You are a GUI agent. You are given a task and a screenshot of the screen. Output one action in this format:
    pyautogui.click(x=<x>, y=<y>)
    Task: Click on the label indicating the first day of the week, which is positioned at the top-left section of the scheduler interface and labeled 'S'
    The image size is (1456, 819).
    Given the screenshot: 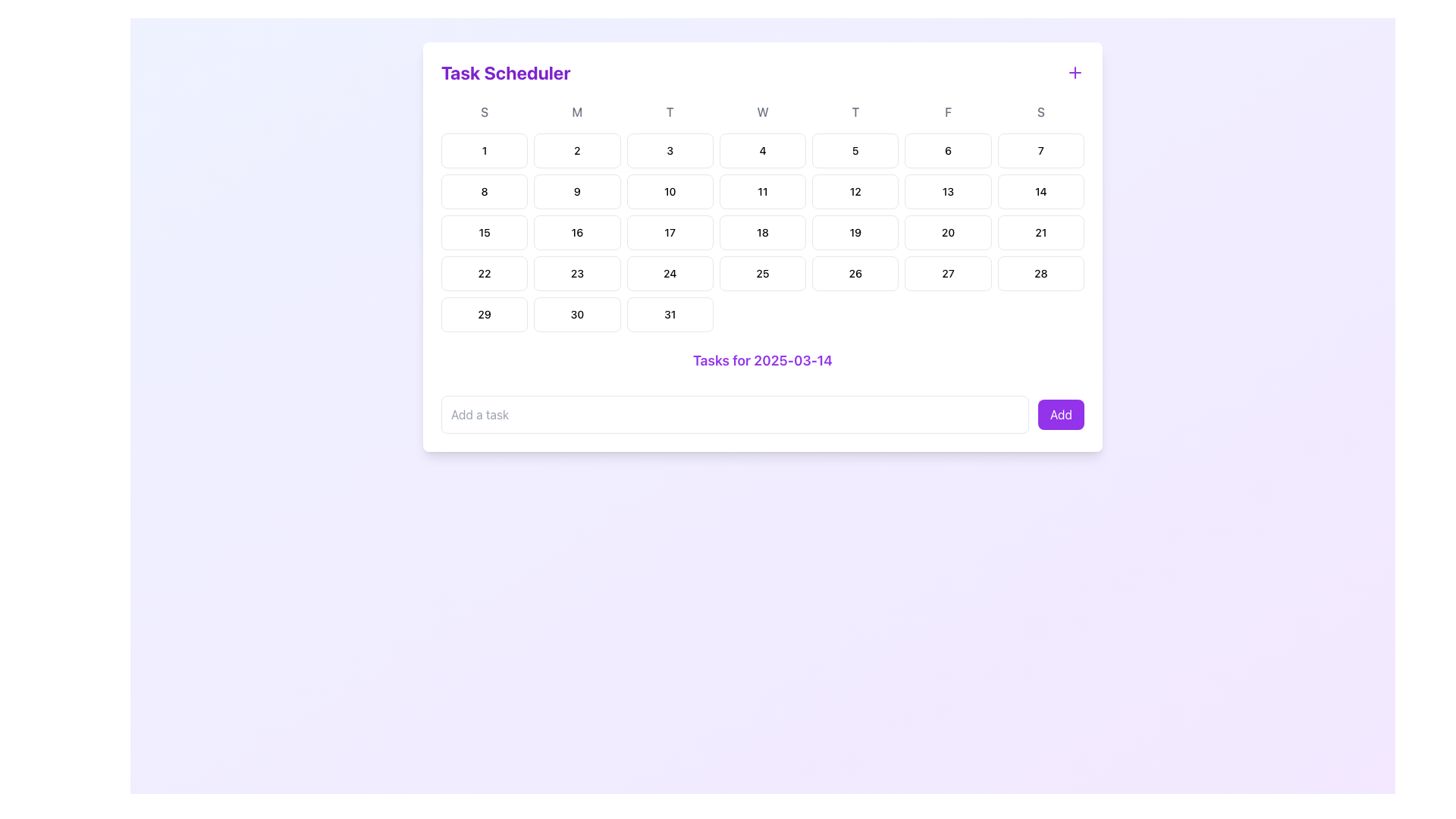 What is the action you would take?
    pyautogui.click(x=484, y=111)
    